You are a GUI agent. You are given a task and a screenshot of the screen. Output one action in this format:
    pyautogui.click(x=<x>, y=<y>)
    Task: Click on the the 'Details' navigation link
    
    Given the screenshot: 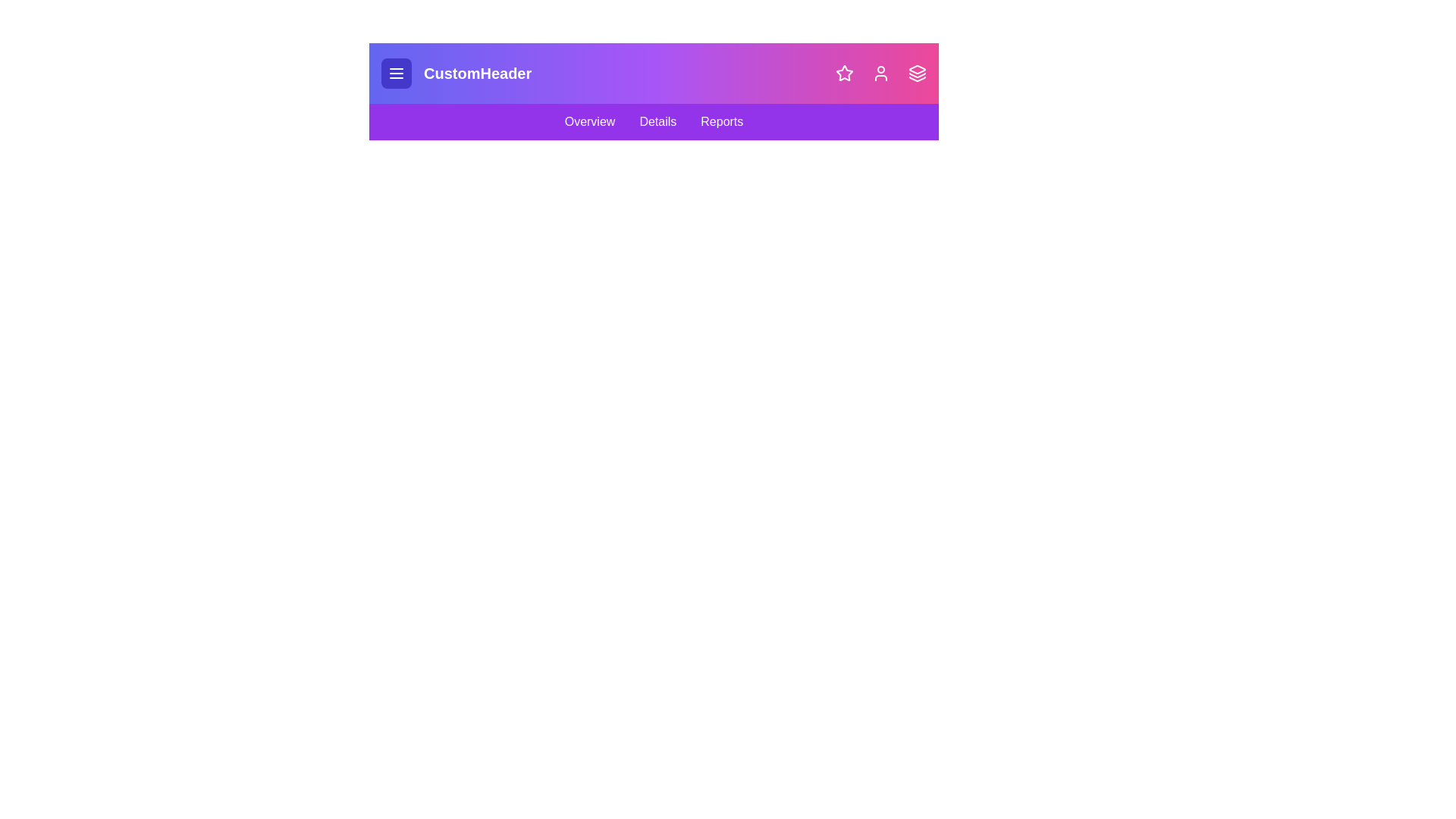 What is the action you would take?
    pyautogui.click(x=657, y=121)
    